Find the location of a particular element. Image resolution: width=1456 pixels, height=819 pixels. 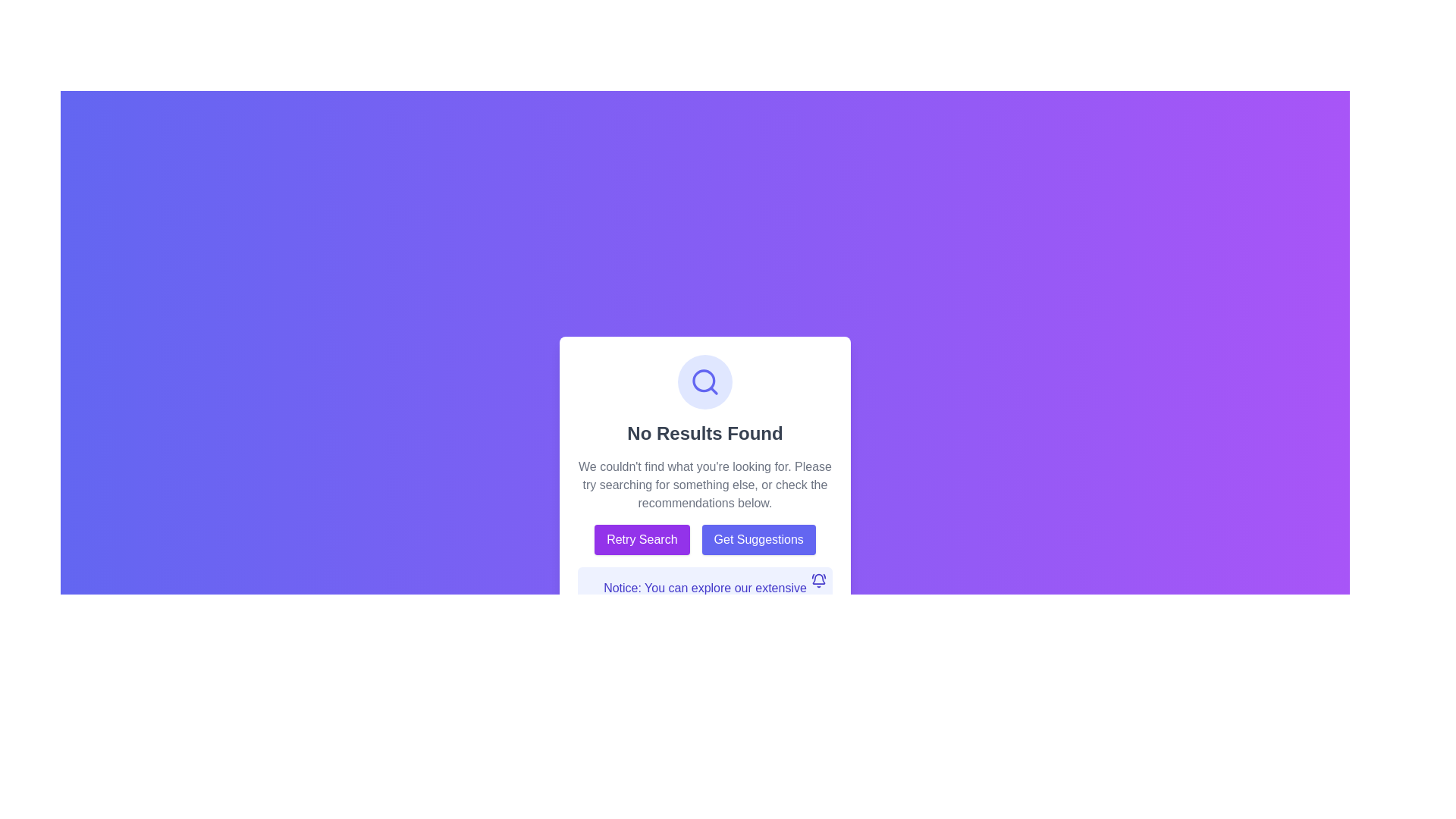

the retry search button located at the bottom section of the central card is located at coordinates (642, 539).